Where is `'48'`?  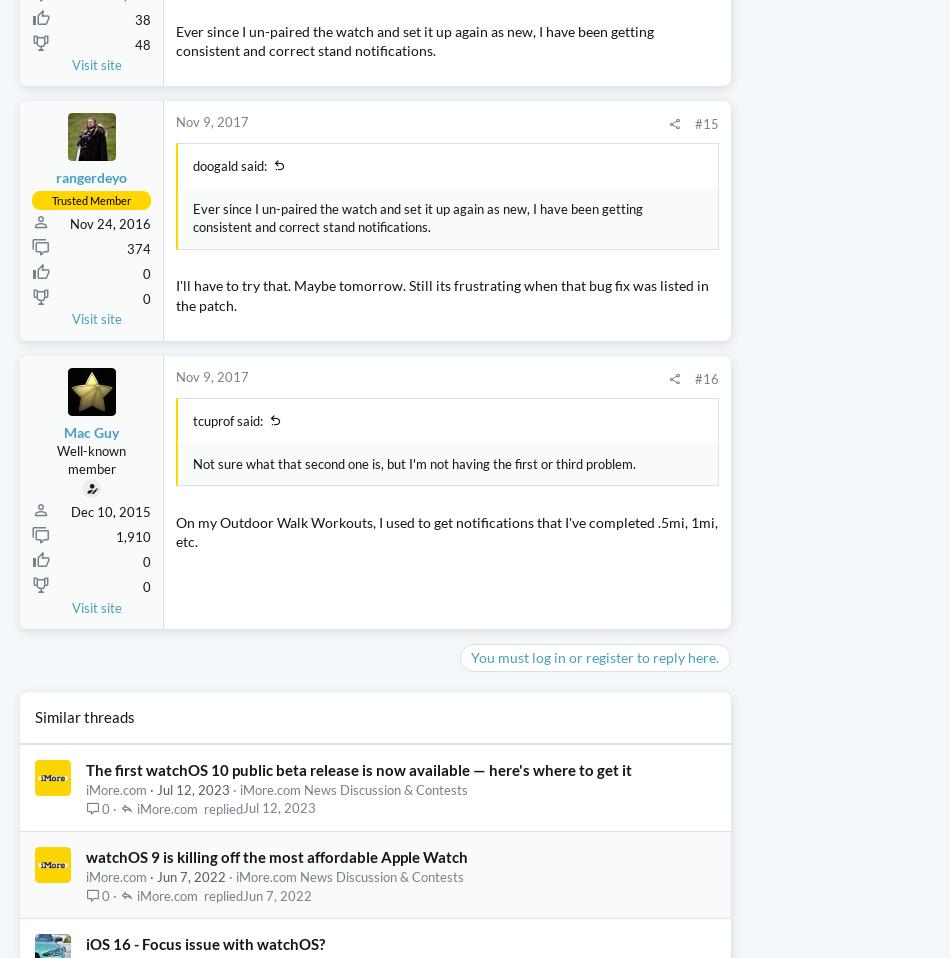
'48' is located at coordinates (142, 159).